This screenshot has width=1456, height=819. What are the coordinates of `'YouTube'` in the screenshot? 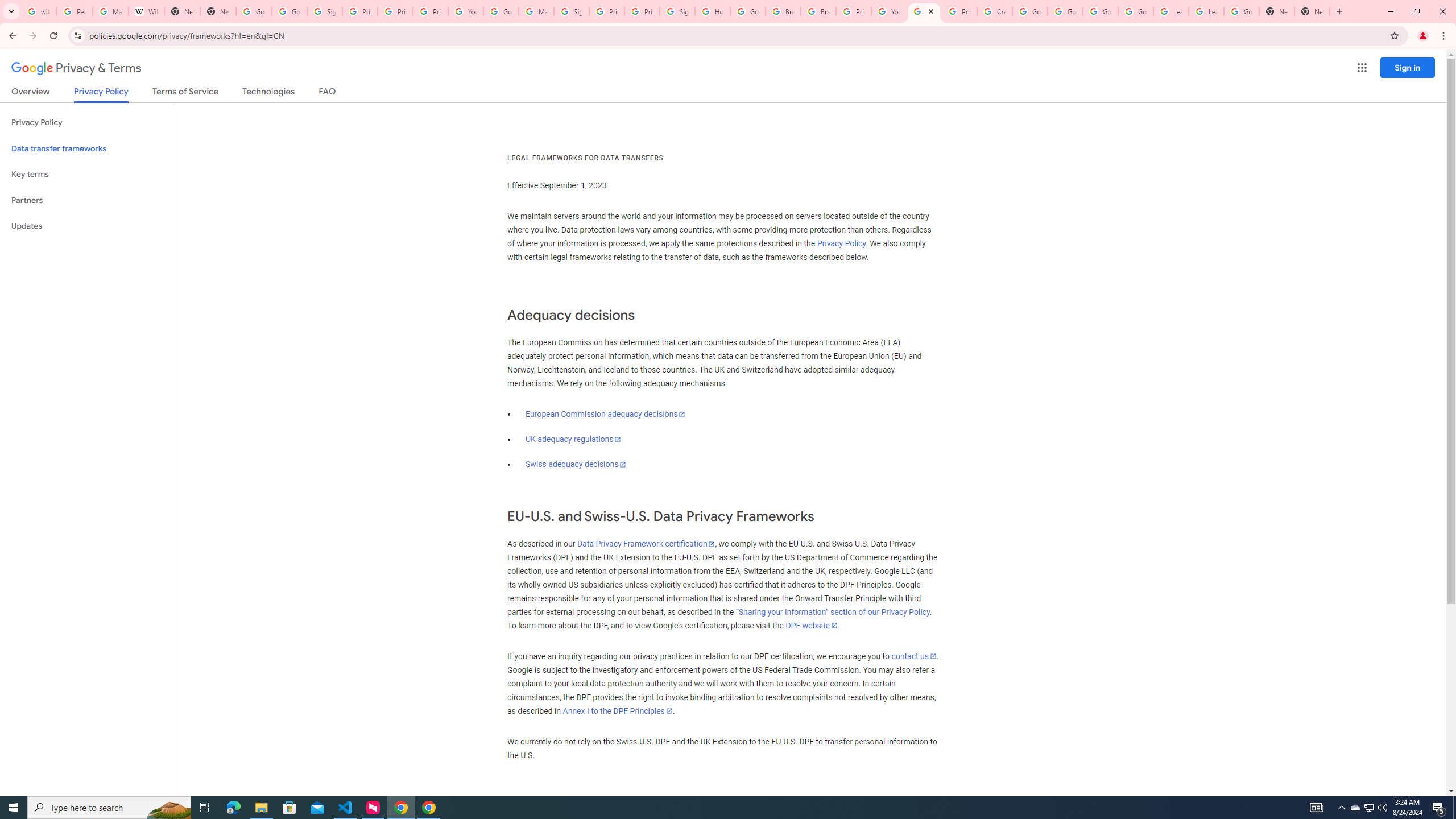 It's located at (466, 11).